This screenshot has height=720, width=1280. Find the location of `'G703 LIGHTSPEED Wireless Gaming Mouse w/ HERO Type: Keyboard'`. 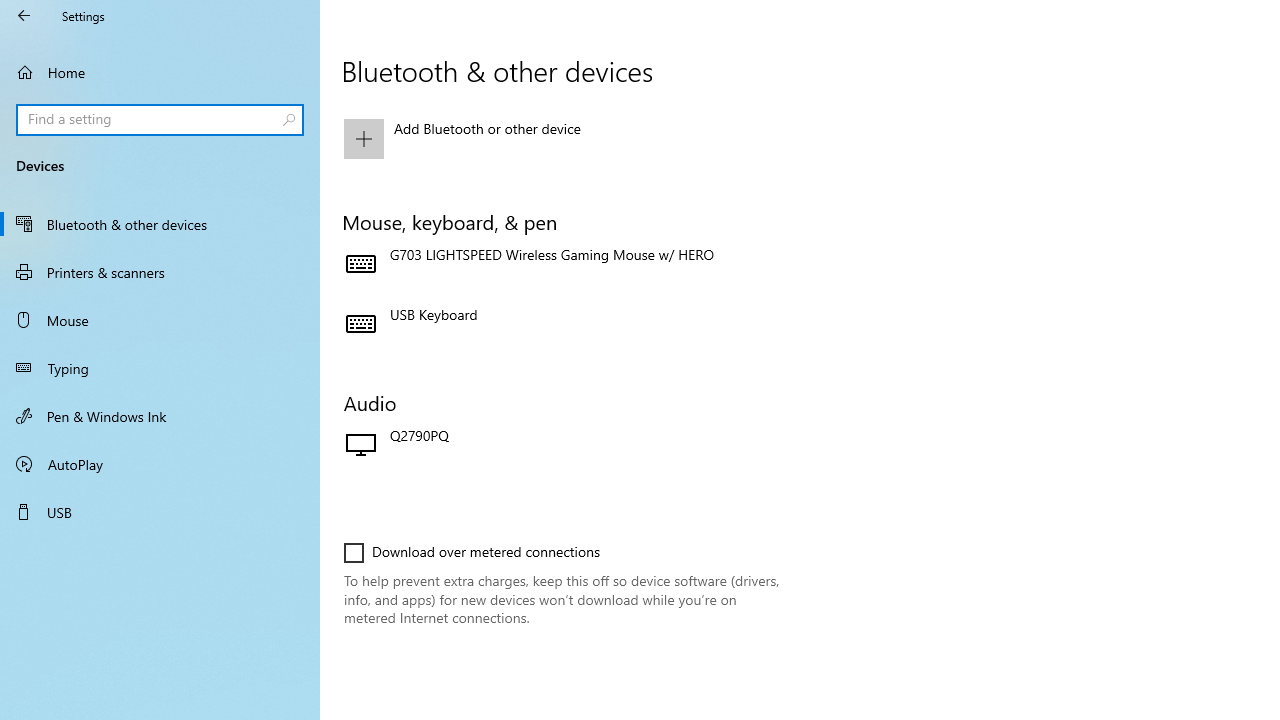

'G703 LIGHTSPEED Wireless Gaming Mouse w/ HERO Type: Keyboard' is located at coordinates (562, 263).